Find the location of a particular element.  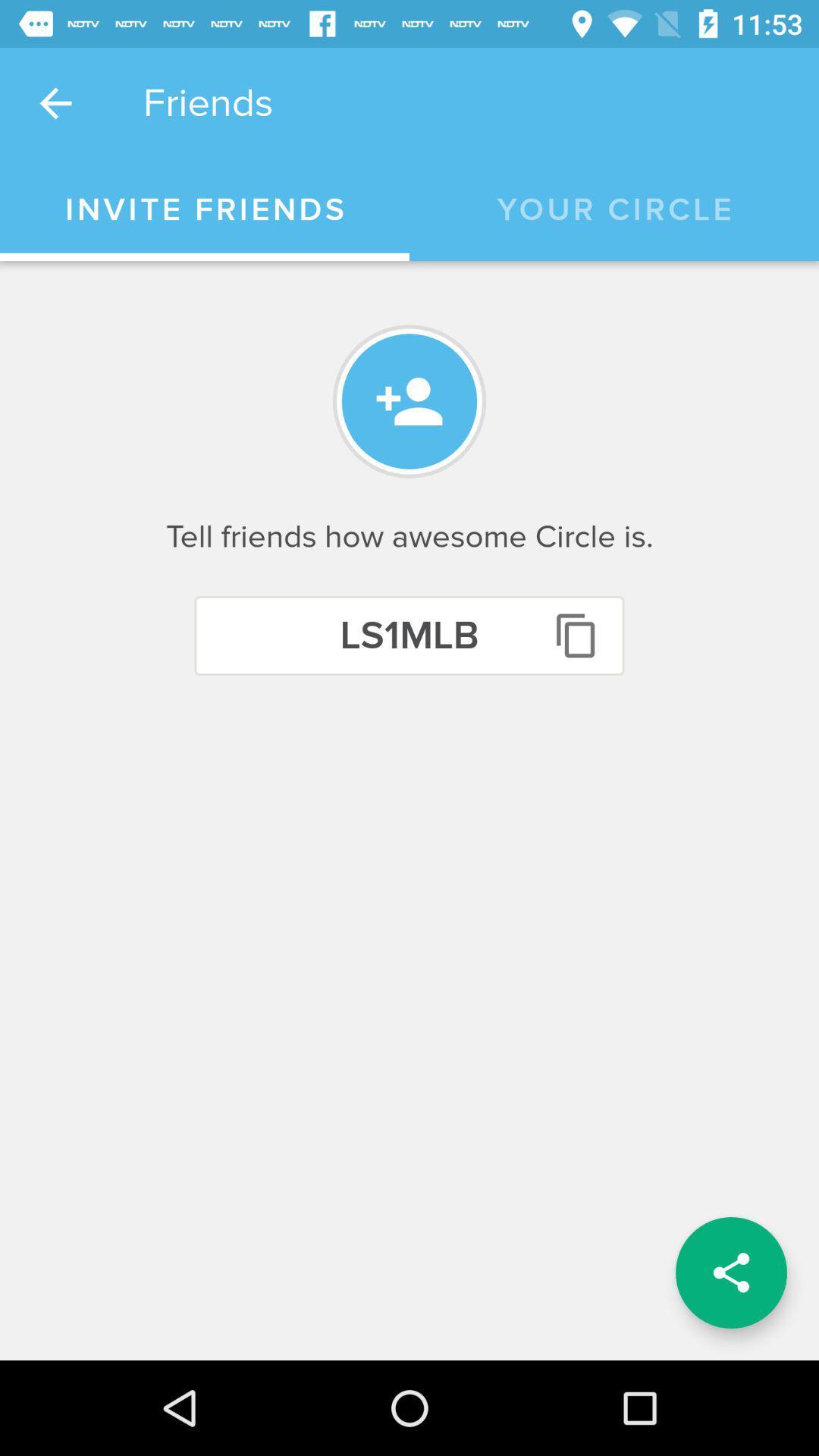

item below the tell friends how is located at coordinates (730, 1272).